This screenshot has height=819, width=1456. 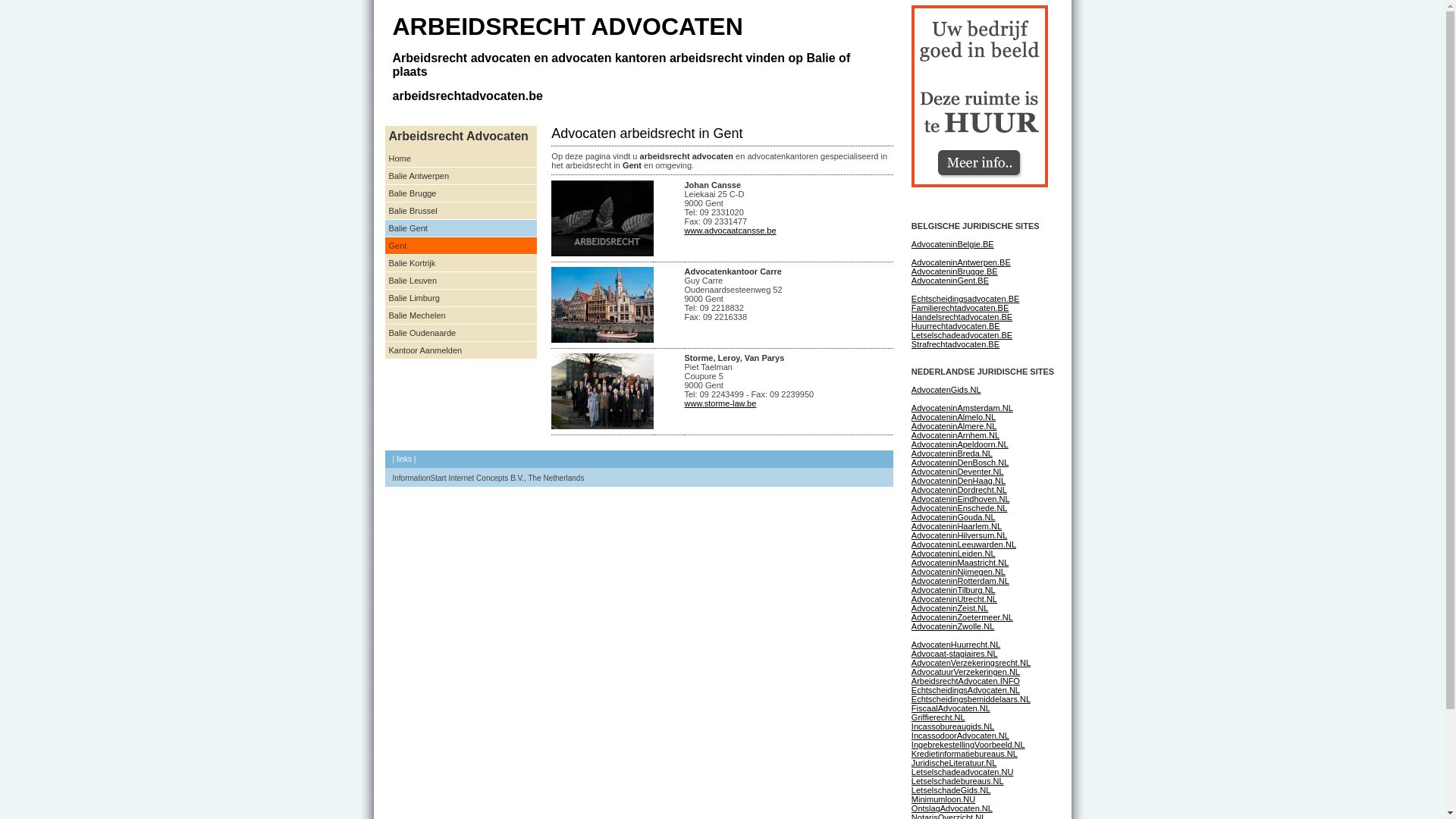 What do you see at coordinates (965, 680) in the screenshot?
I see `'ArbeidsrechtAdvocaten.INFO'` at bounding box center [965, 680].